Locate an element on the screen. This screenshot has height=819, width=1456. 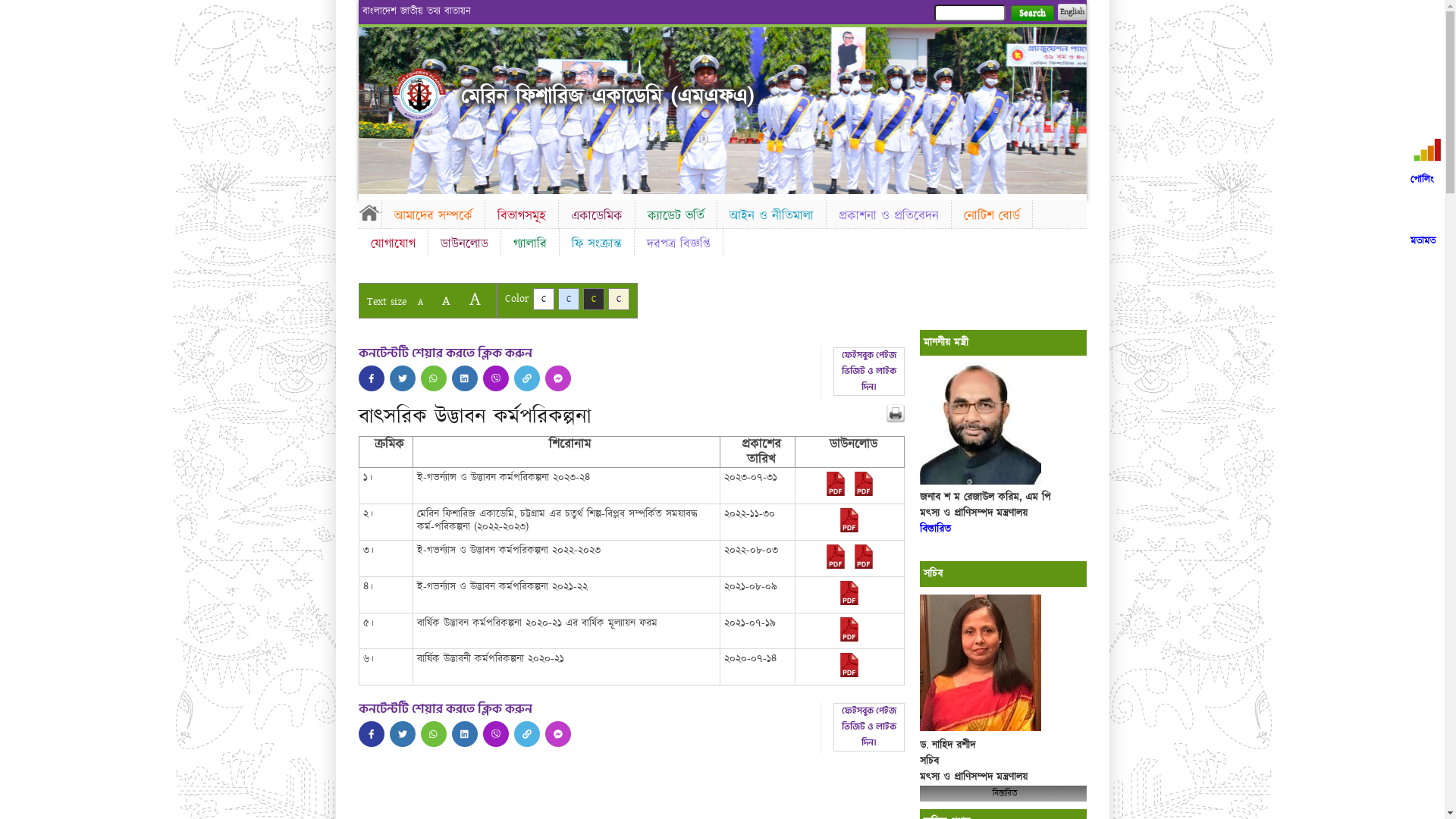
'C' is located at coordinates (567, 299).